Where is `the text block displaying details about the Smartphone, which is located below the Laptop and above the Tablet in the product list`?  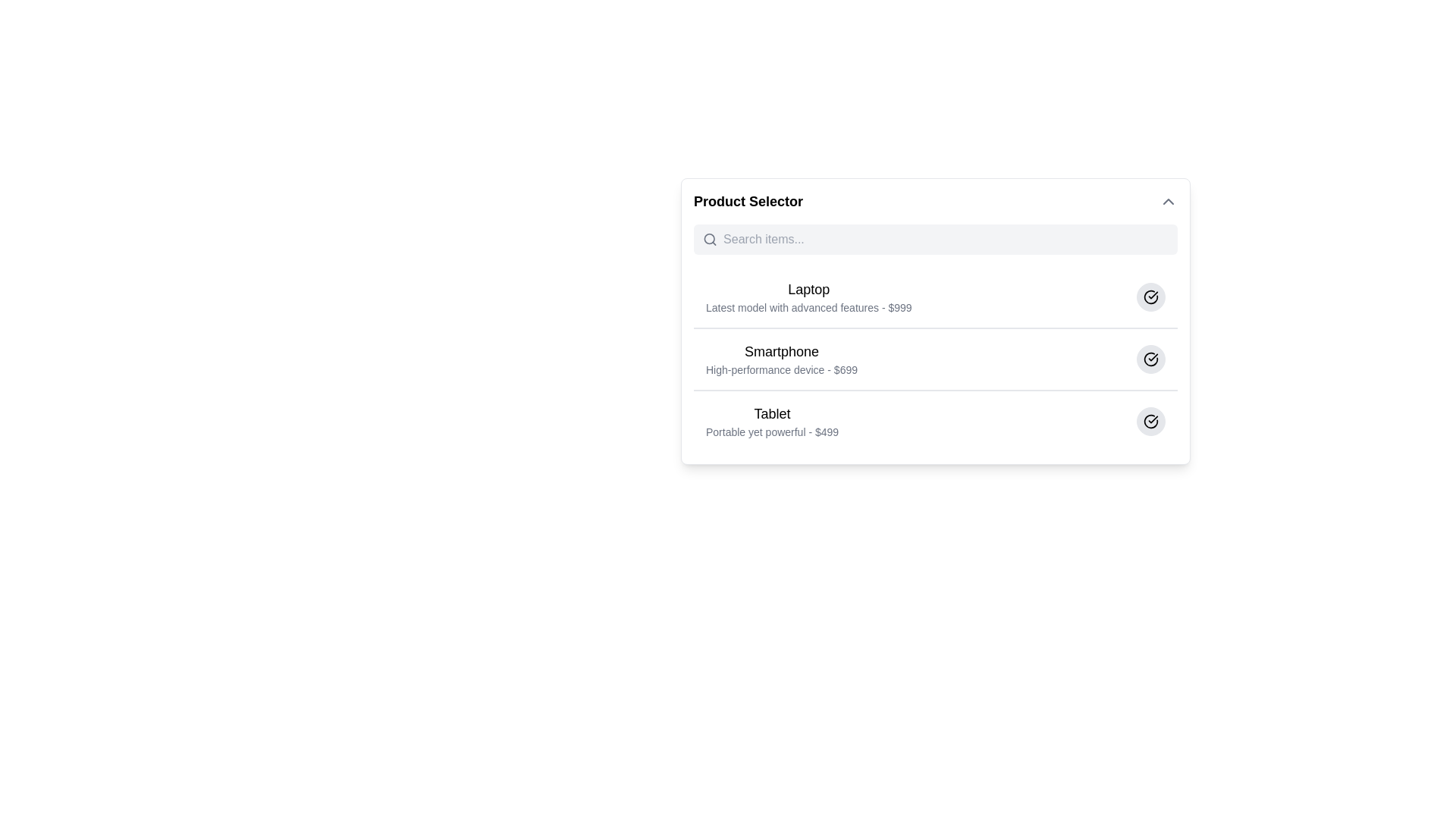 the text block displaying details about the Smartphone, which is located below the Laptop and above the Tablet in the product list is located at coordinates (782, 359).